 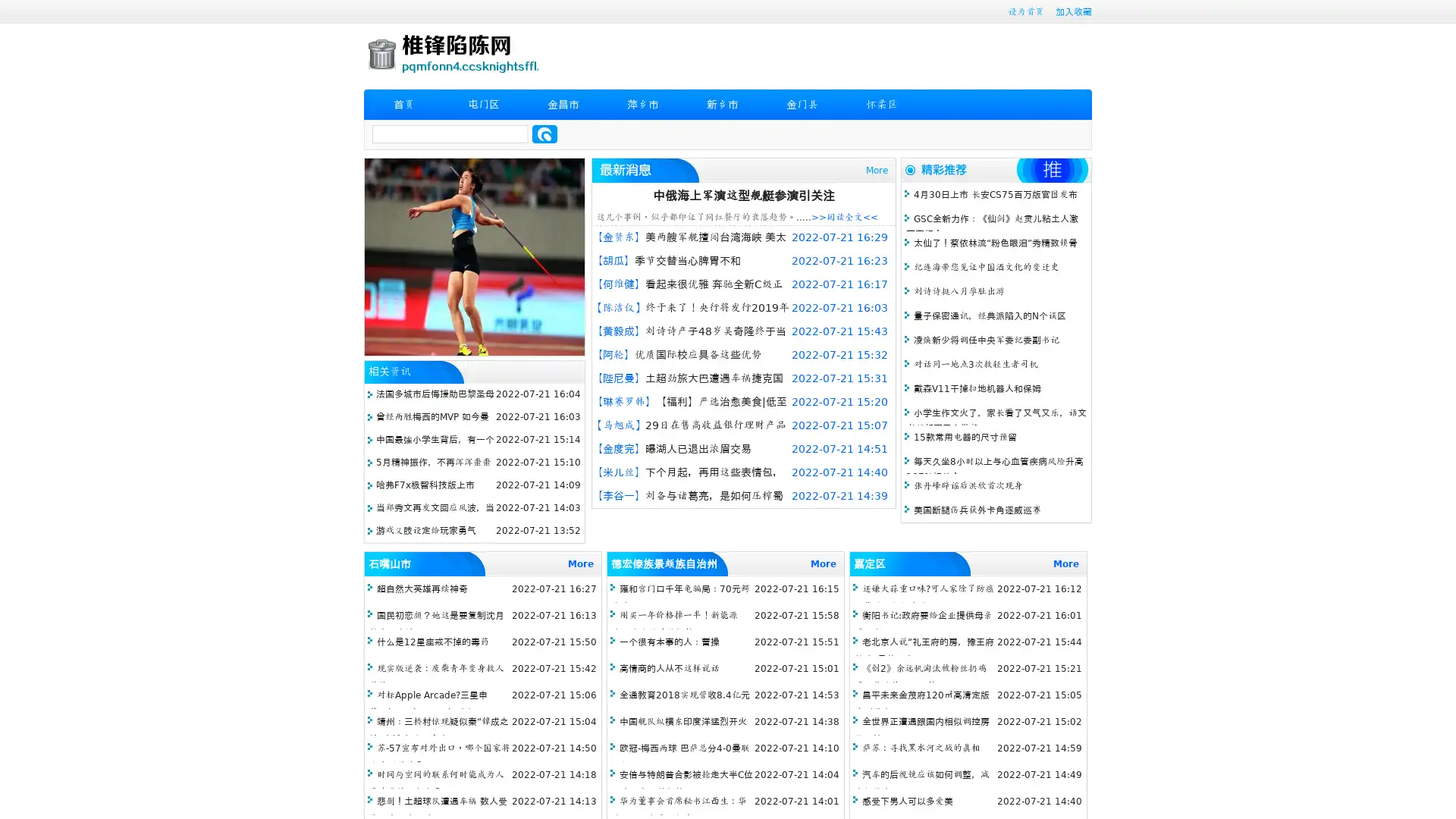 I want to click on Search, so click(x=544, y=133).